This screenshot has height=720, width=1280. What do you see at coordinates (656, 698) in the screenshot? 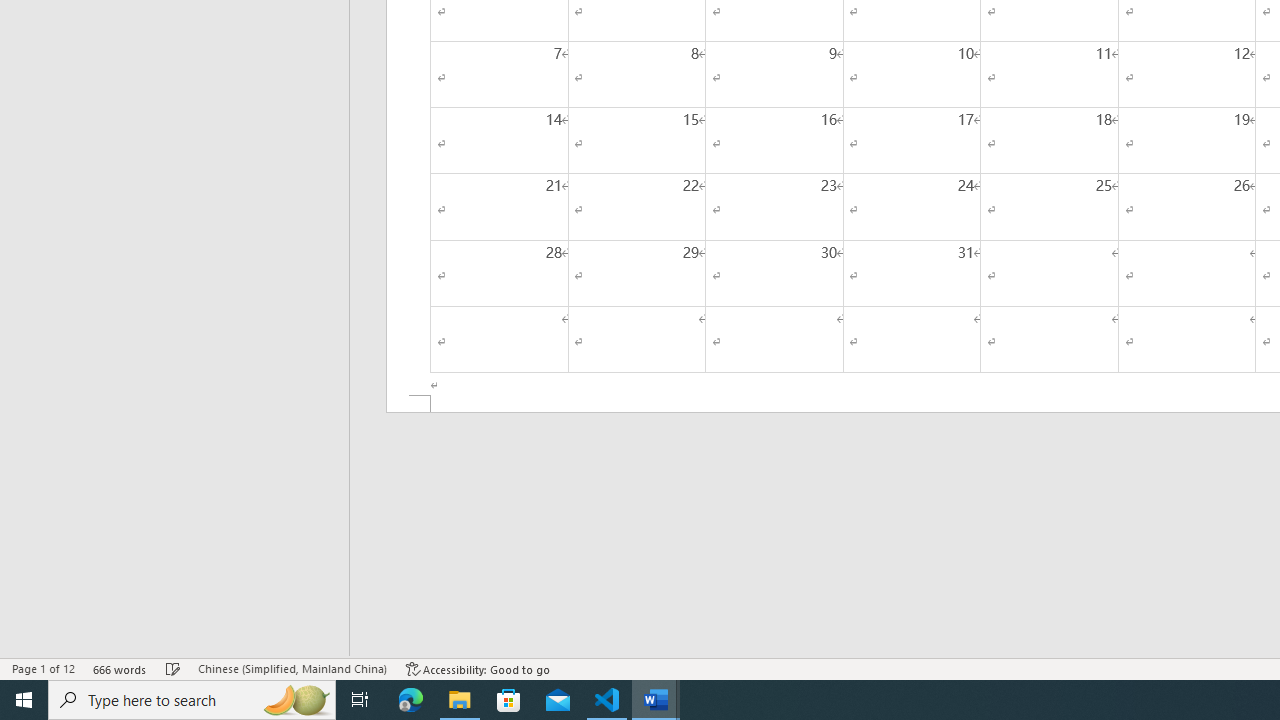
I see `'Word - 2 running windows'` at bounding box center [656, 698].